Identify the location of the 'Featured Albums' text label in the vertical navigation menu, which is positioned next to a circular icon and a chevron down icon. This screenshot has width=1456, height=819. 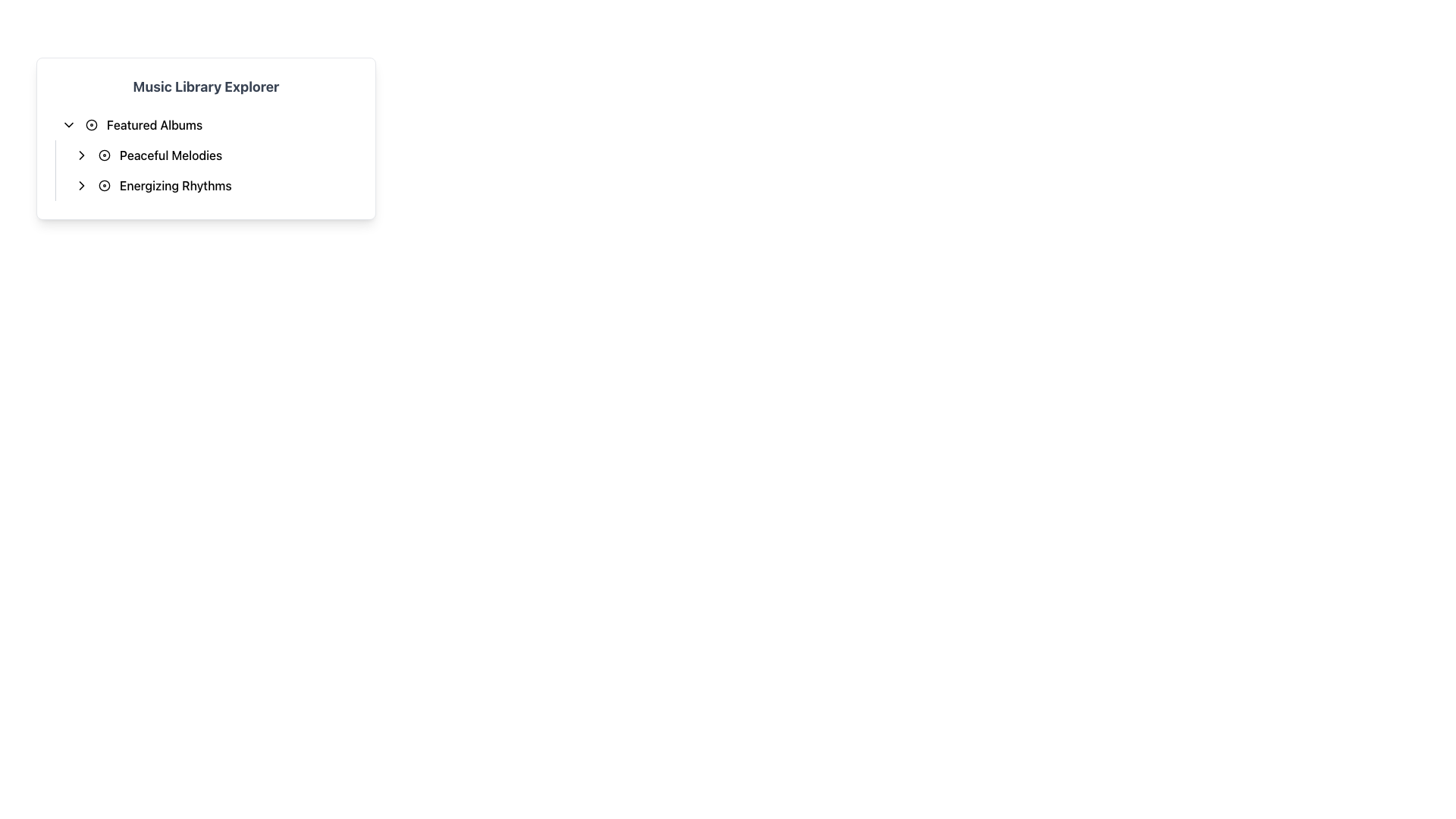
(155, 124).